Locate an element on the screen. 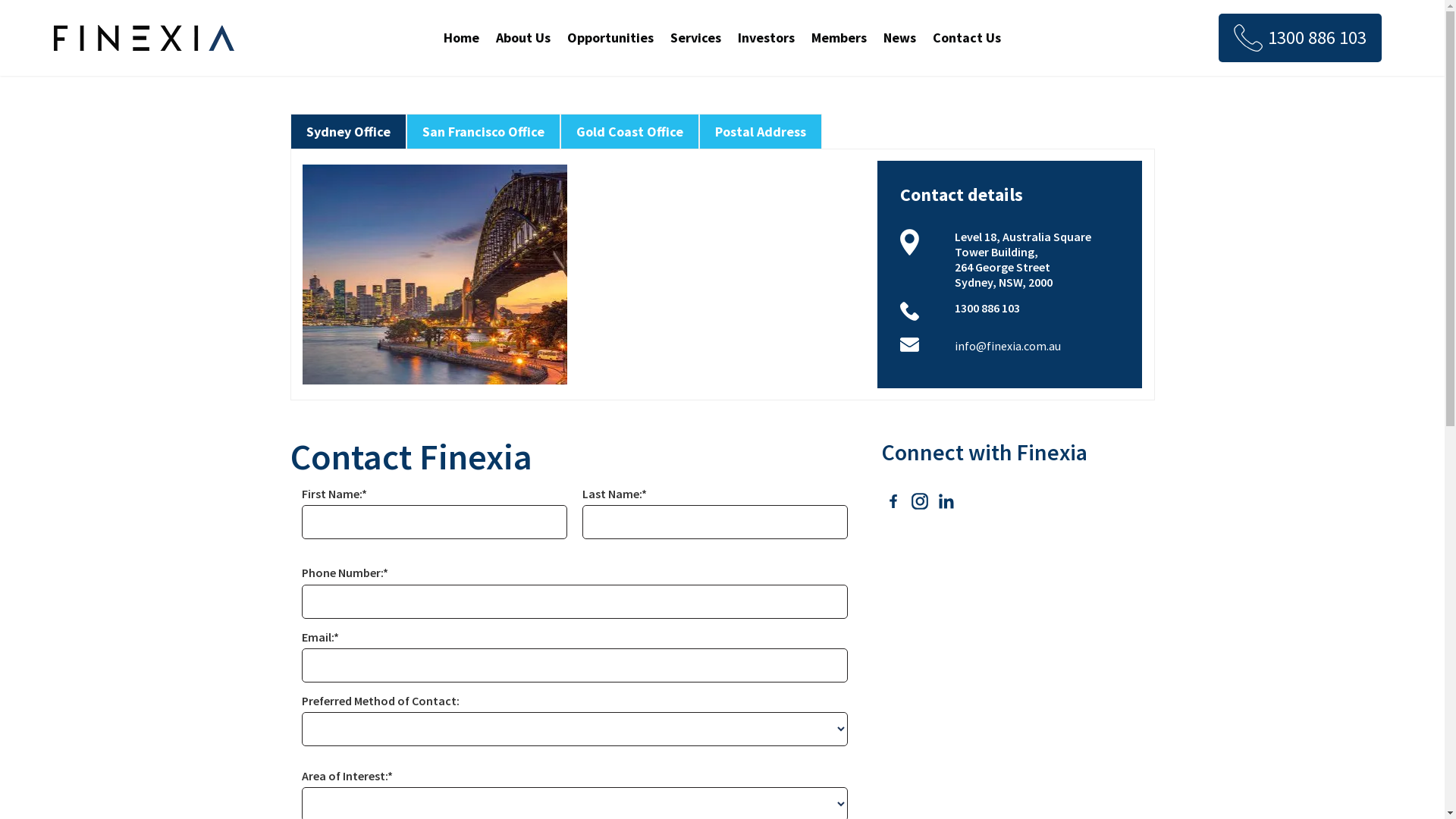 This screenshot has height=819, width=1456. 'info@finexia.com.au' is located at coordinates (1008, 345).